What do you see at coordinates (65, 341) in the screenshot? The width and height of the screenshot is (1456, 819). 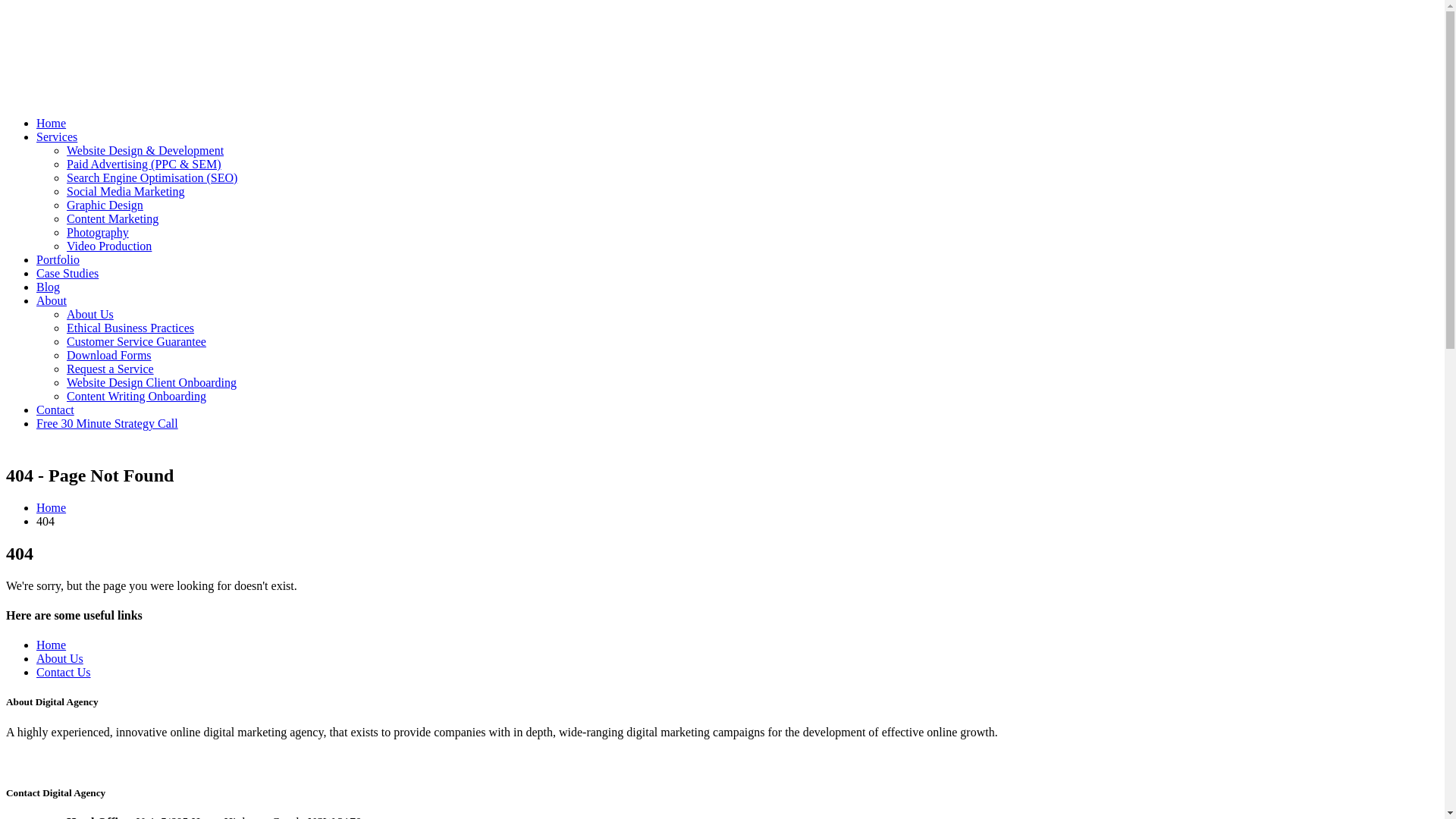 I see `'Customer Service Guarantee'` at bounding box center [65, 341].